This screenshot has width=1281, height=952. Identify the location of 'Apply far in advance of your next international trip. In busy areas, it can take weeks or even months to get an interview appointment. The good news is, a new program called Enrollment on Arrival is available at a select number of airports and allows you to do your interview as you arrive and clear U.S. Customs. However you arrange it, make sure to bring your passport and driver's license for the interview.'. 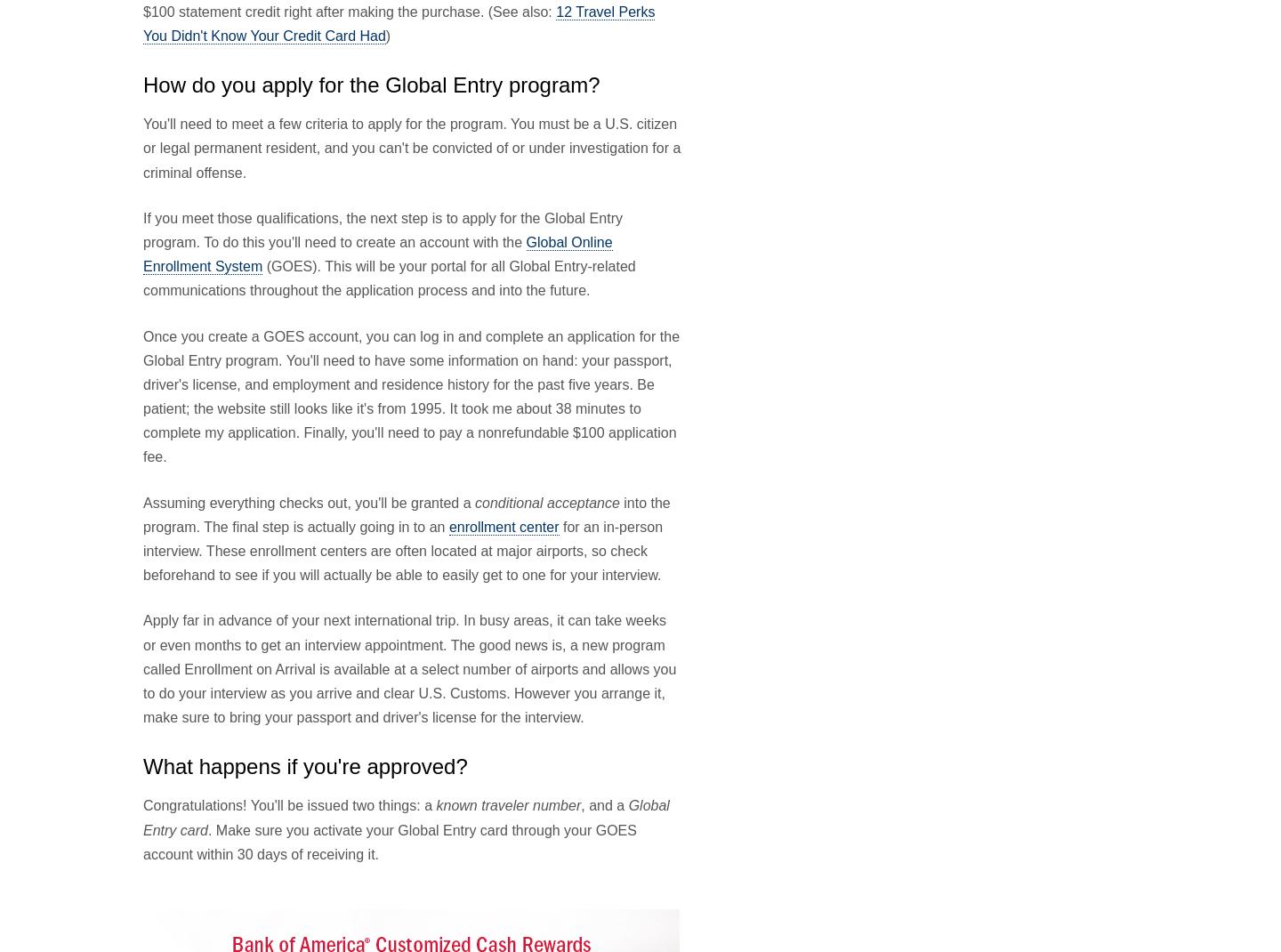
(409, 667).